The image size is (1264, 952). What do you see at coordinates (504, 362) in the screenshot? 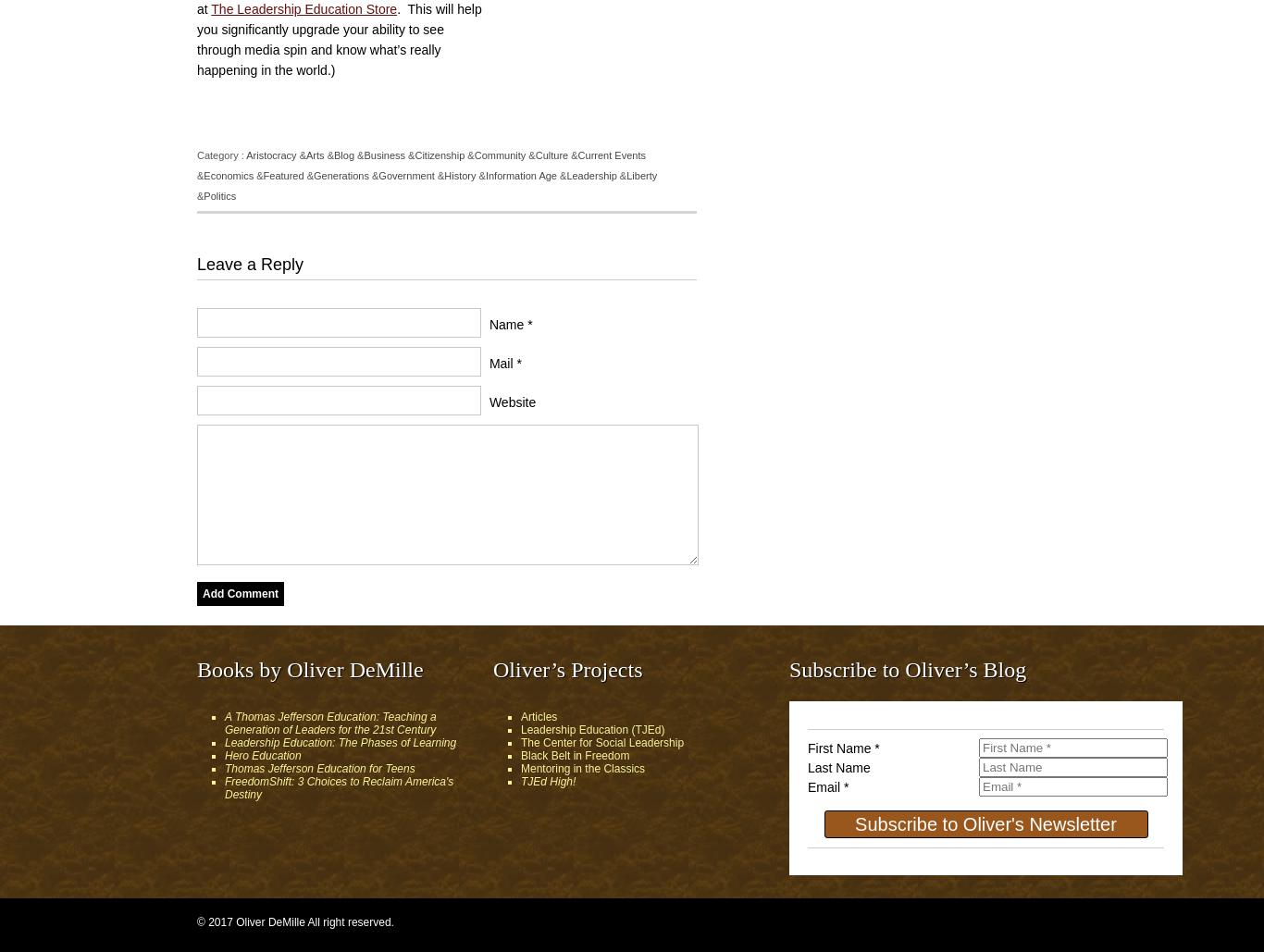
I see `'Mail *'` at bounding box center [504, 362].